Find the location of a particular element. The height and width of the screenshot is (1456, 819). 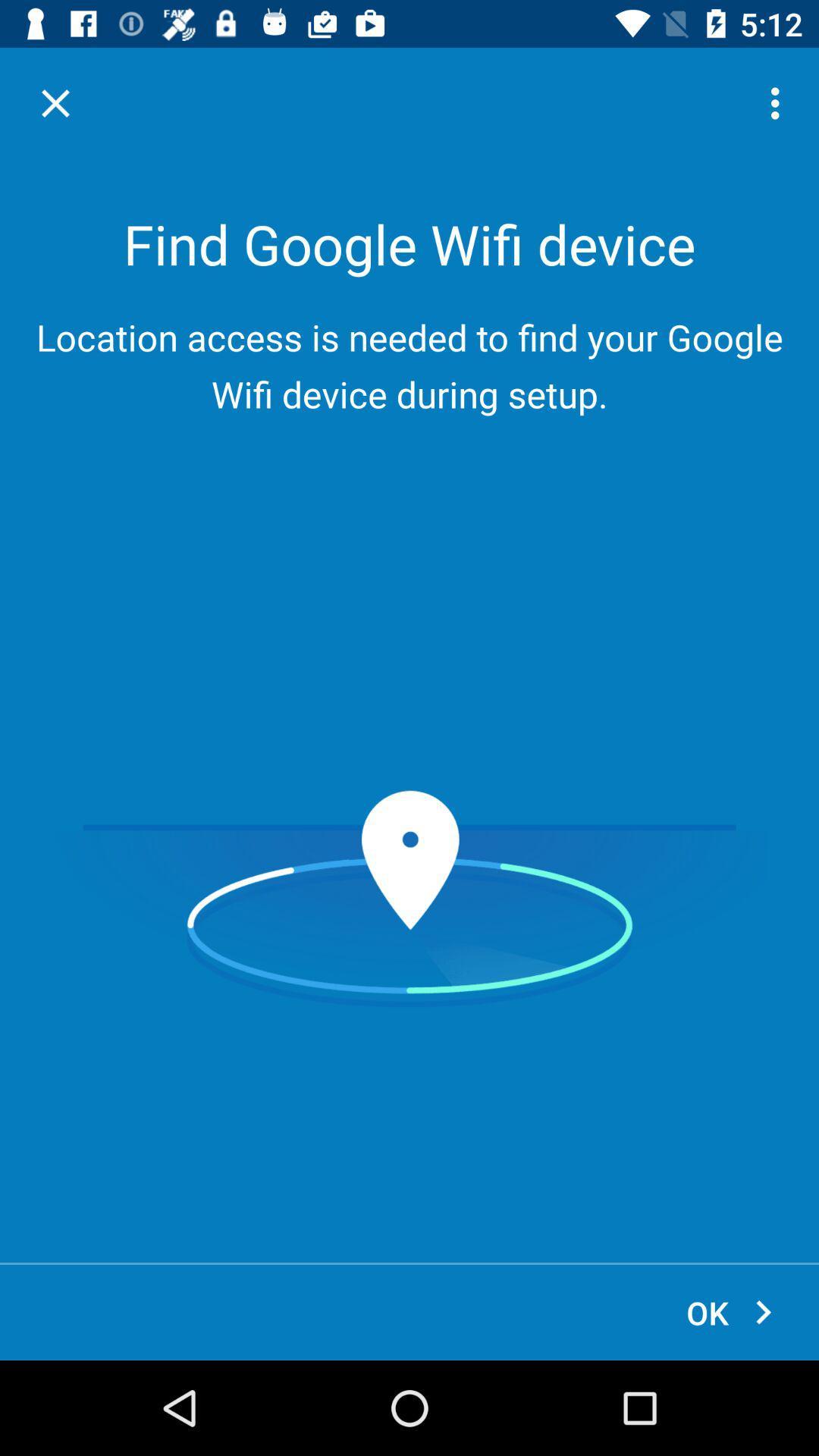

icon at the bottom right corner is located at coordinates (730, 1312).